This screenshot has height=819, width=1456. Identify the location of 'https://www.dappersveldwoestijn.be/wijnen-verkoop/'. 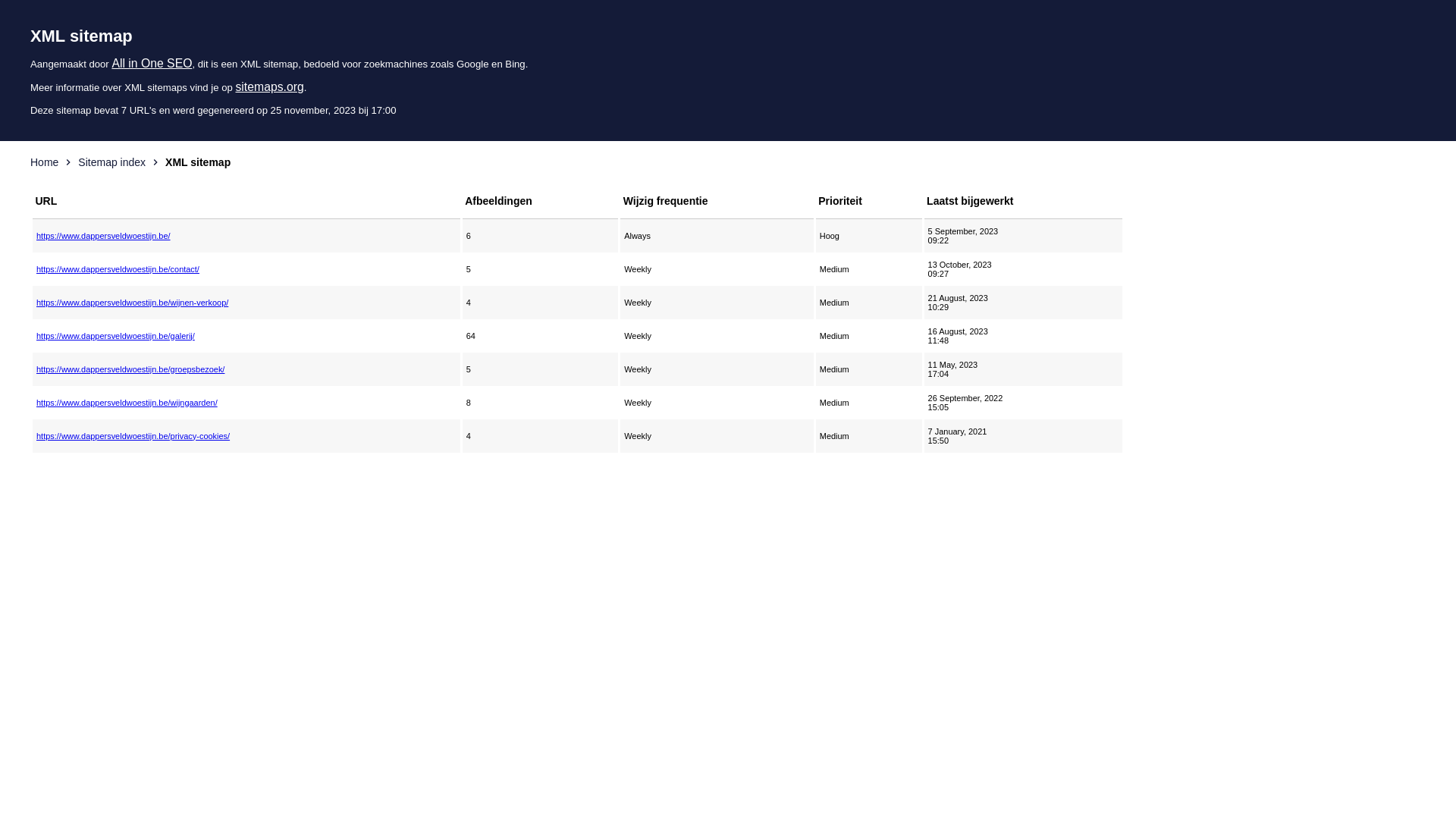
(246, 302).